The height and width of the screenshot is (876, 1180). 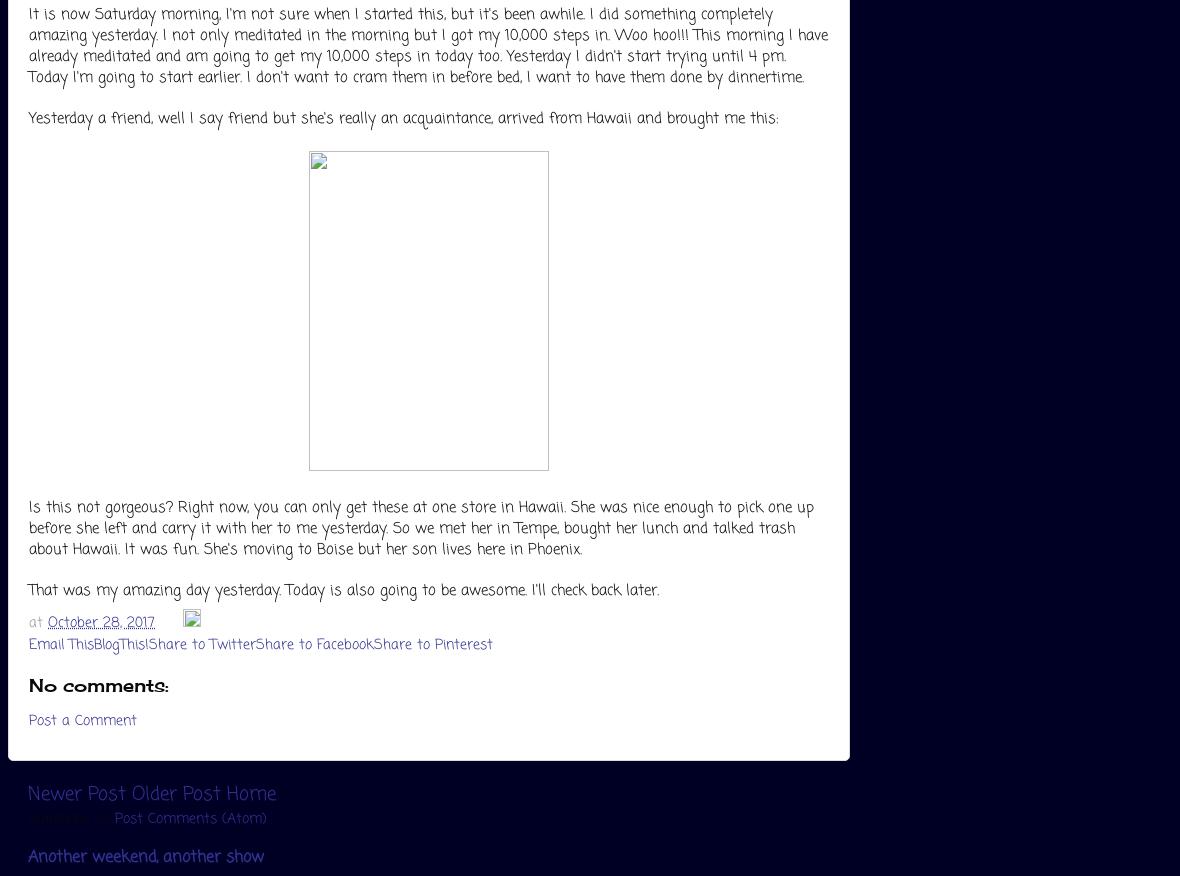 I want to click on 'Home', so click(x=227, y=793).